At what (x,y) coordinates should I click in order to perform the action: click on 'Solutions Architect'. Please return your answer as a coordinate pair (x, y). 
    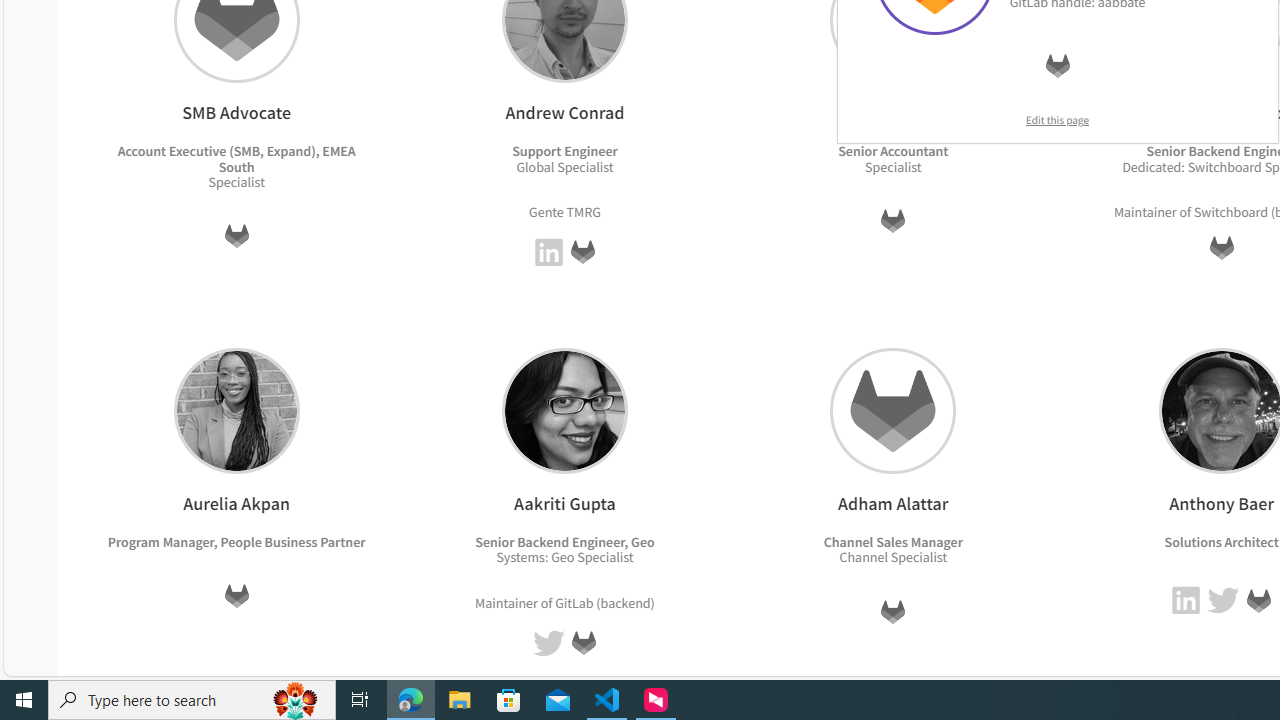
    Looking at the image, I should click on (1220, 541).